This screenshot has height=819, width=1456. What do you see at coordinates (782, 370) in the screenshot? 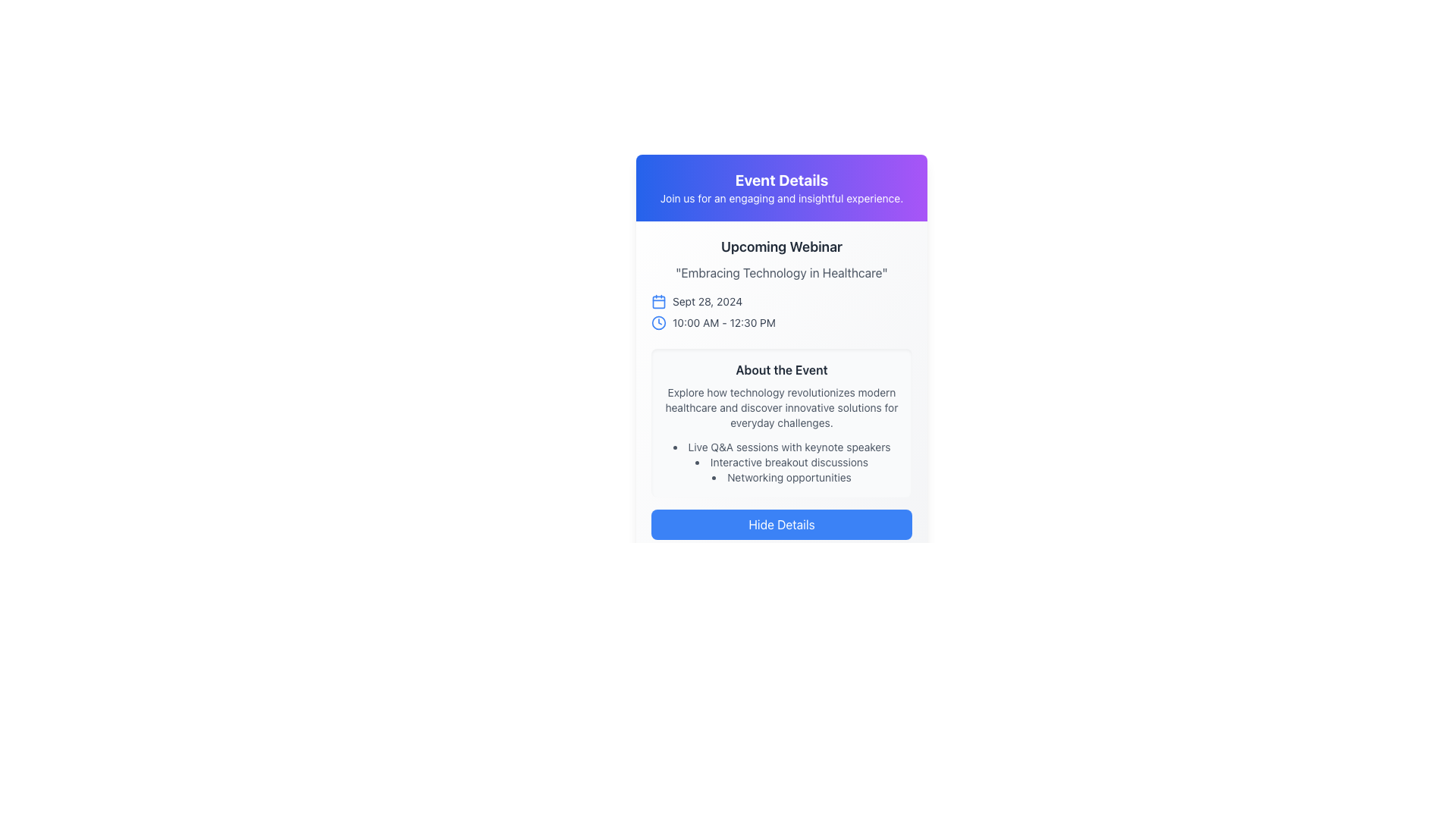
I see `text content of the 'About the Event' heading, which is styled in bold dark gray and located within a light gray box beneath the 'Upcoming Webinar' details` at bounding box center [782, 370].